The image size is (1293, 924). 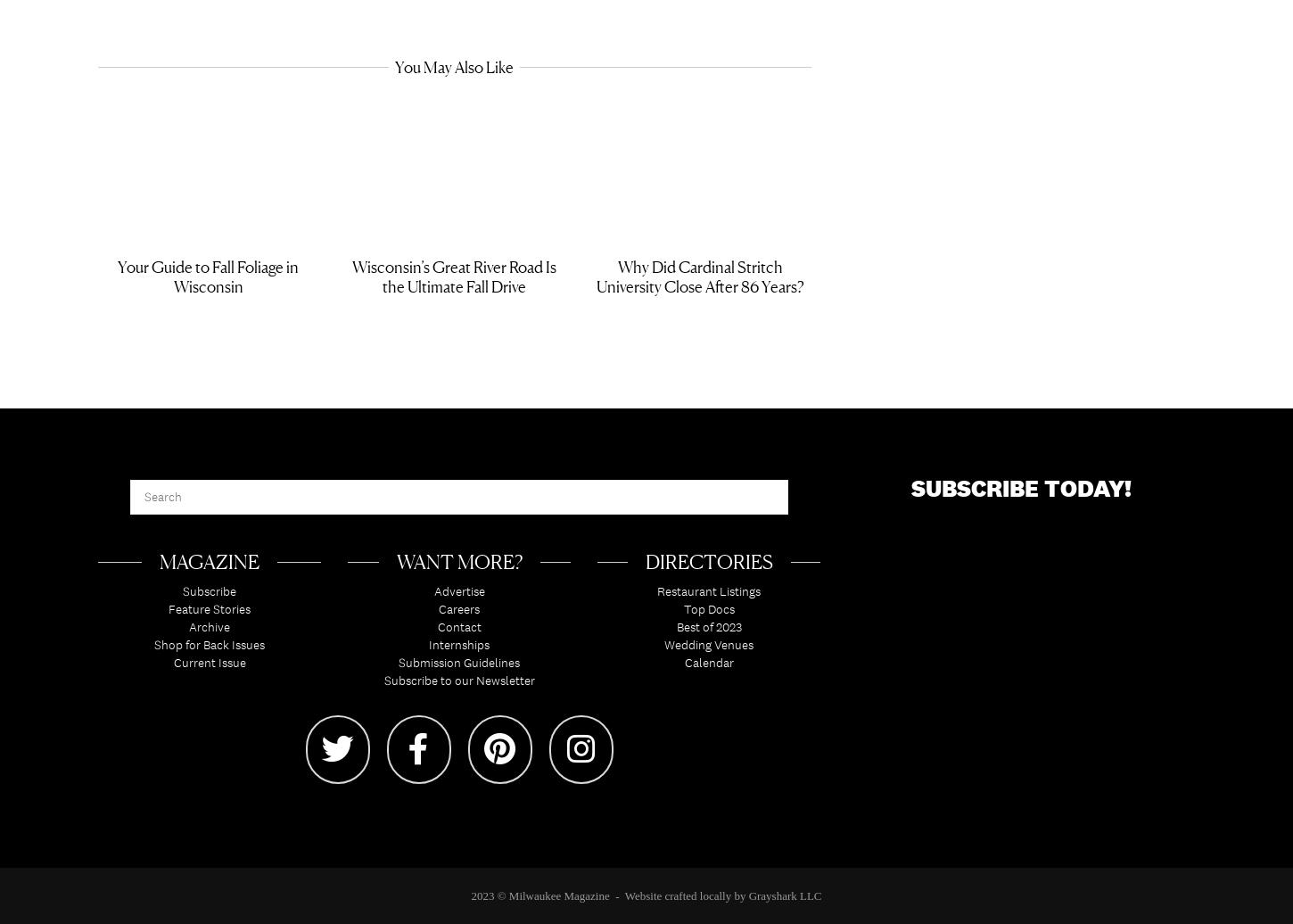 What do you see at coordinates (182, 597) in the screenshot?
I see `'Subscribe'` at bounding box center [182, 597].